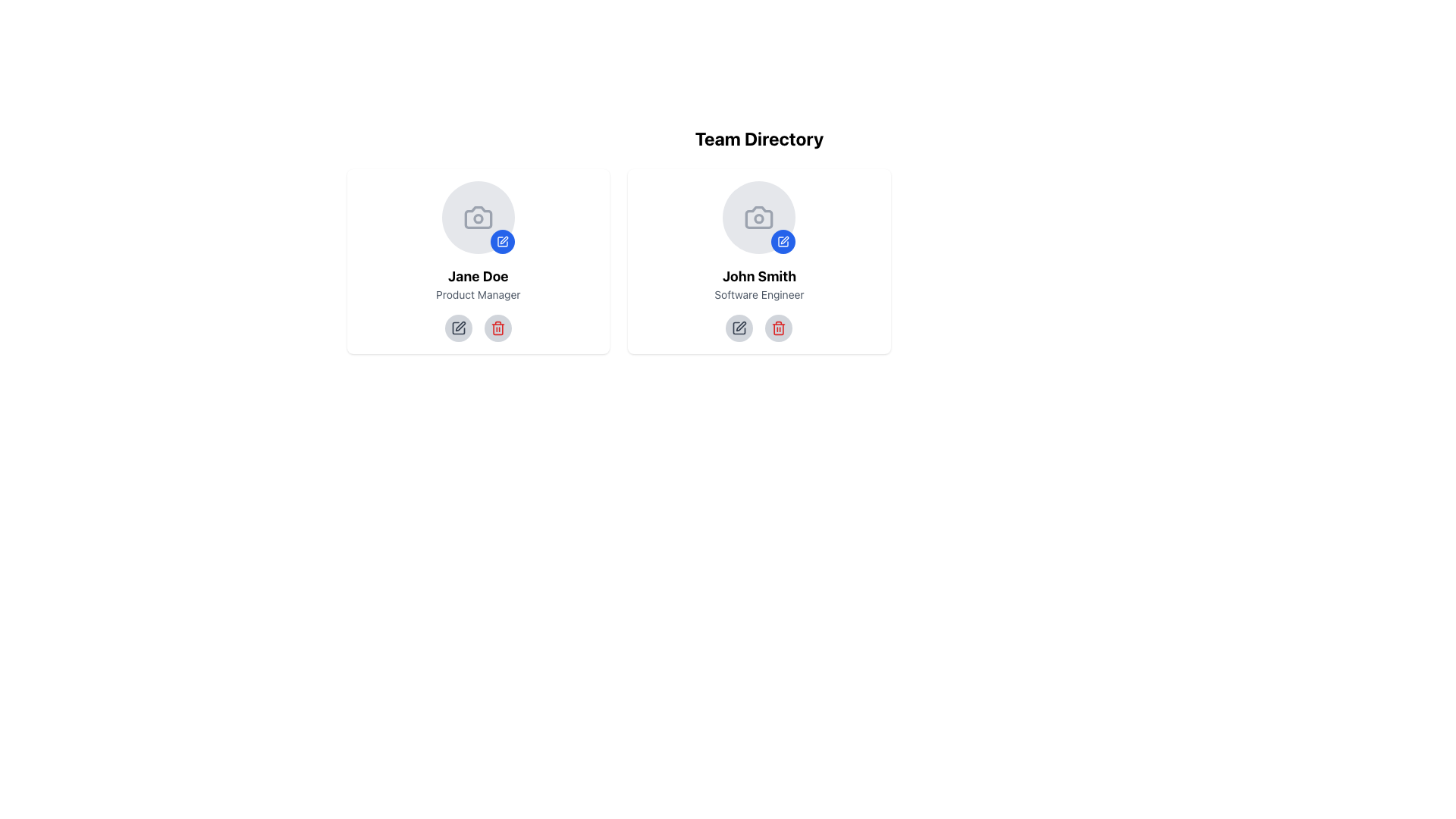  I want to click on the camera icon button located at the center of the user's profile card for Jane Doe, so click(477, 217).